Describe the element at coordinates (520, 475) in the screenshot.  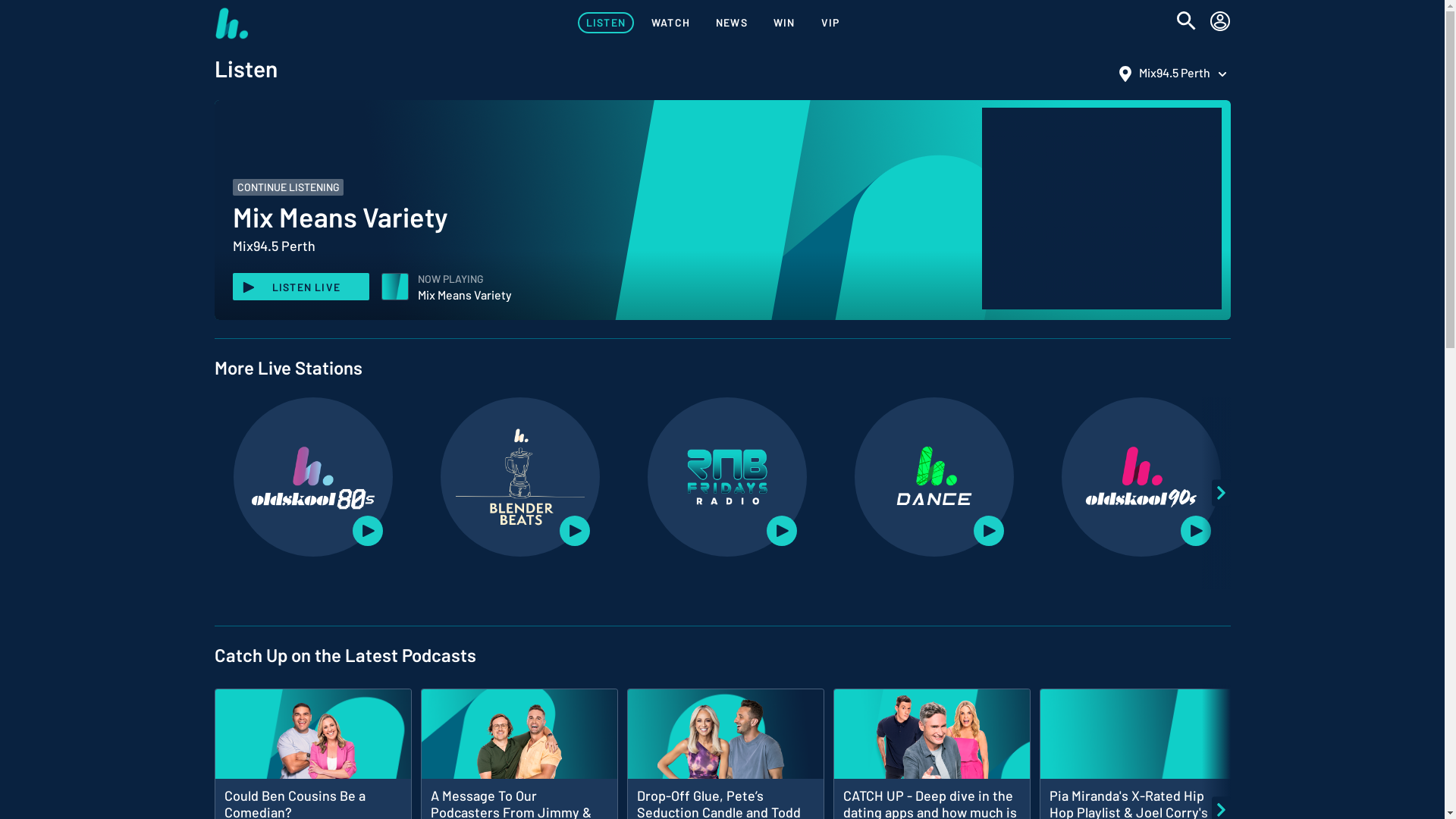
I see `'Blender Beats'` at that location.